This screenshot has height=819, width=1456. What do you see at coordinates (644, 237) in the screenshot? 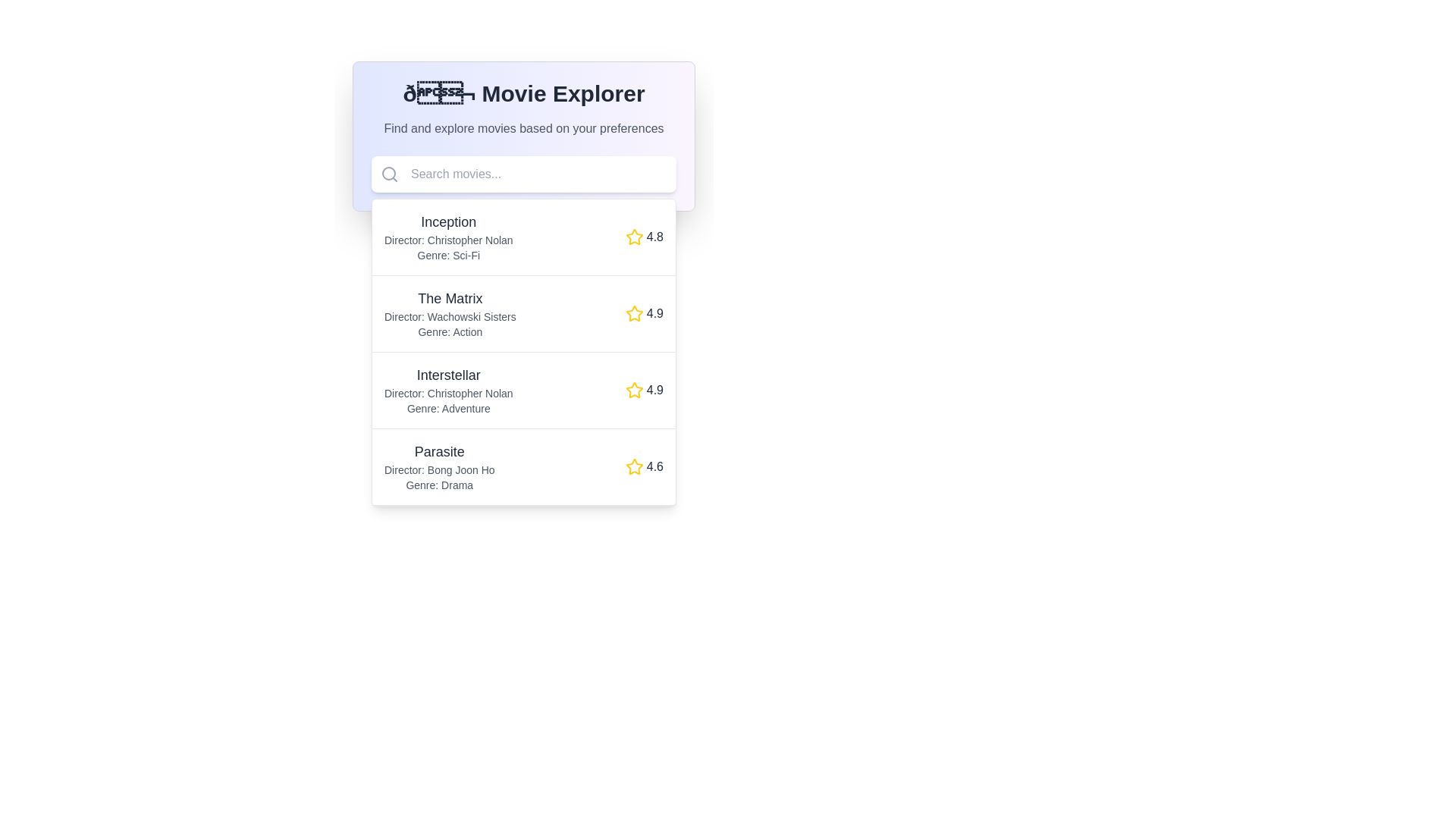
I see `the yellow star icon and text label representing the rating of the movie 'Inception'` at bounding box center [644, 237].